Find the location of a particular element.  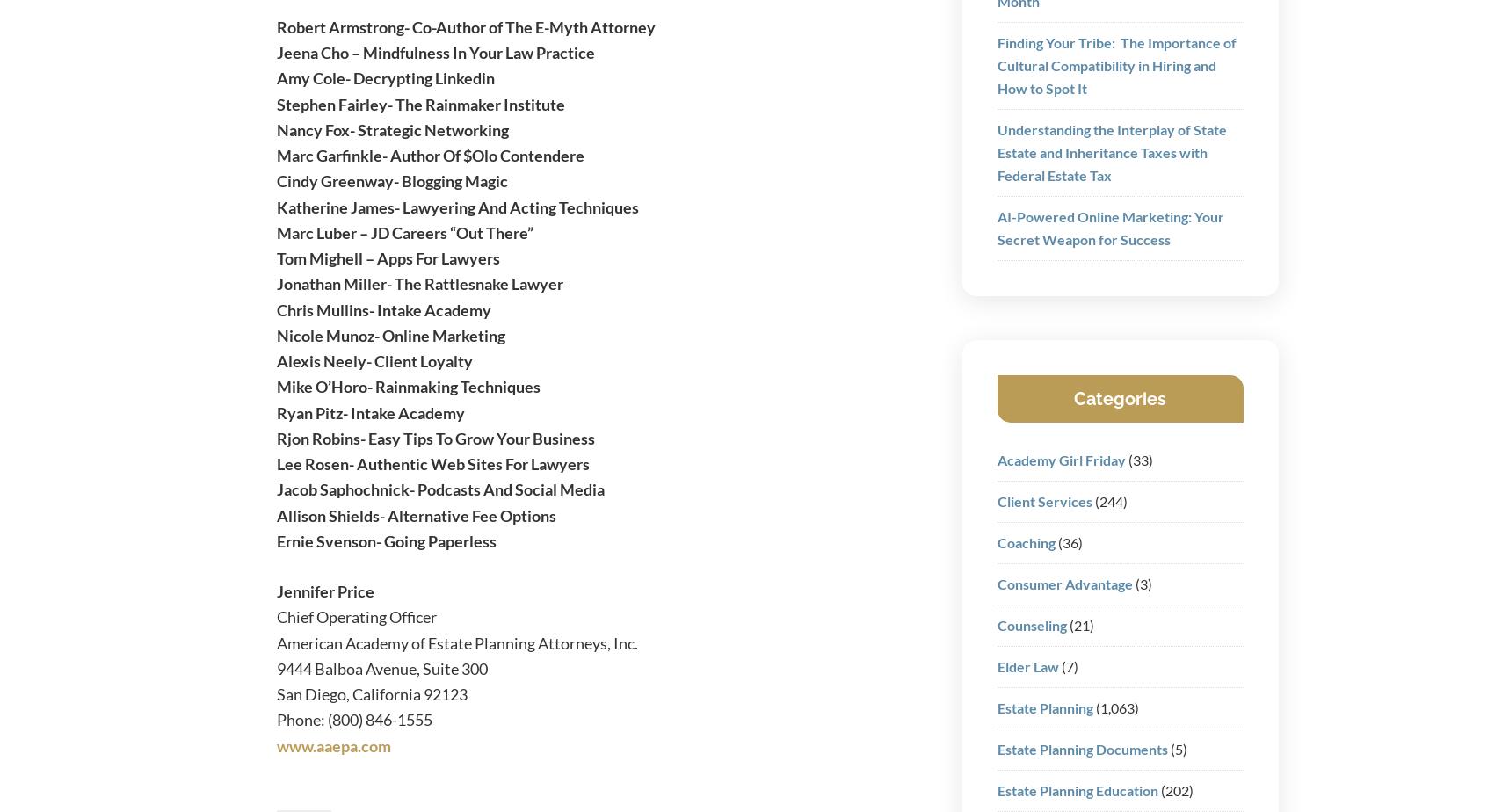

'AI-Powered Online Marketing: Your Secret Weapon for Success' is located at coordinates (1109, 227).